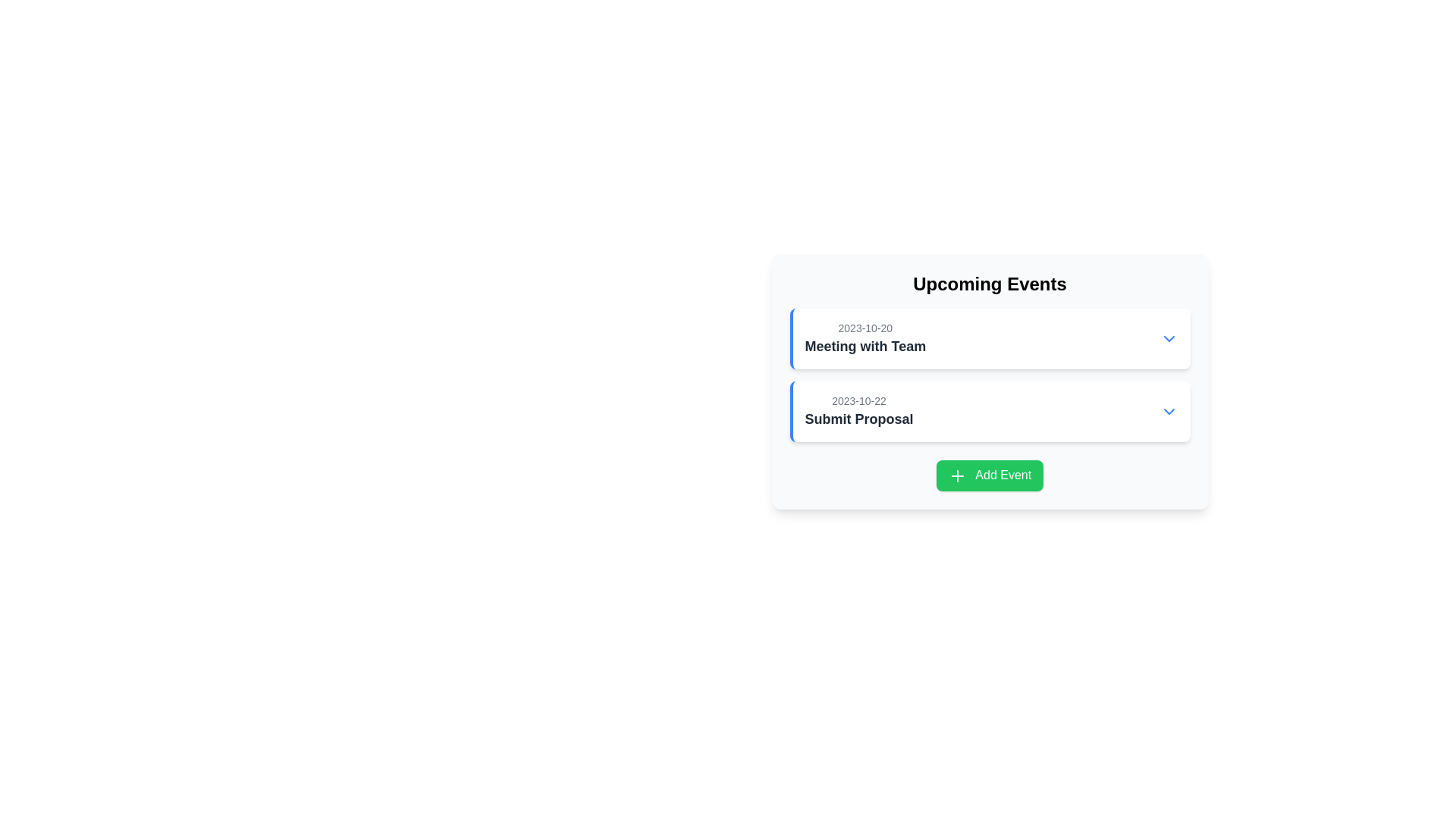 This screenshot has height=819, width=1456. What do you see at coordinates (990, 338) in the screenshot?
I see `the first Event card in the 'Upcoming Events' panel` at bounding box center [990, 338].